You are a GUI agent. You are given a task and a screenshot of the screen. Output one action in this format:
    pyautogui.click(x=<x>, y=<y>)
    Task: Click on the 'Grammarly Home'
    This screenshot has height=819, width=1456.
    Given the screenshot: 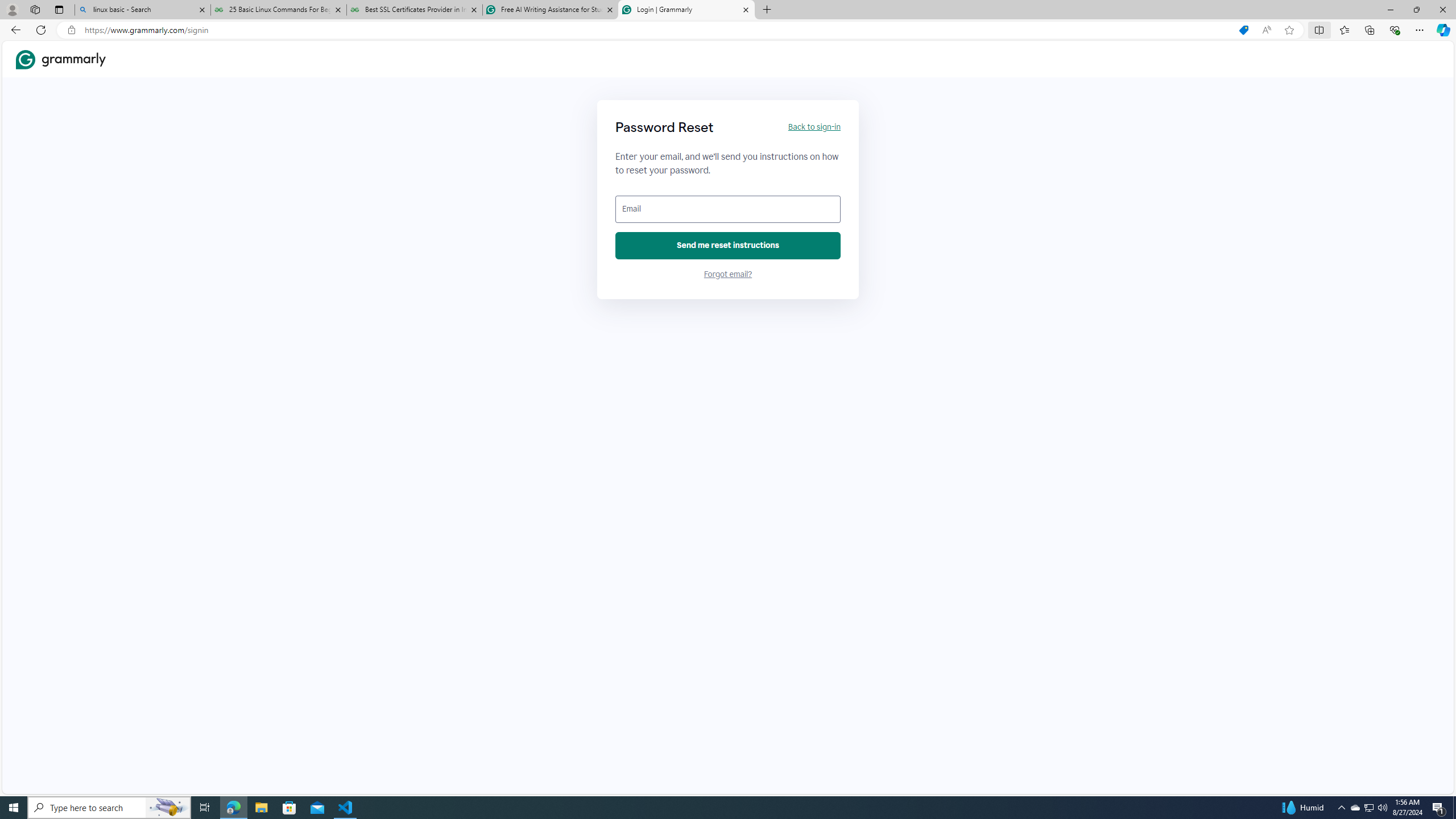 What is the action you would take?
    pyautogui.click(x=60, y=59)
    